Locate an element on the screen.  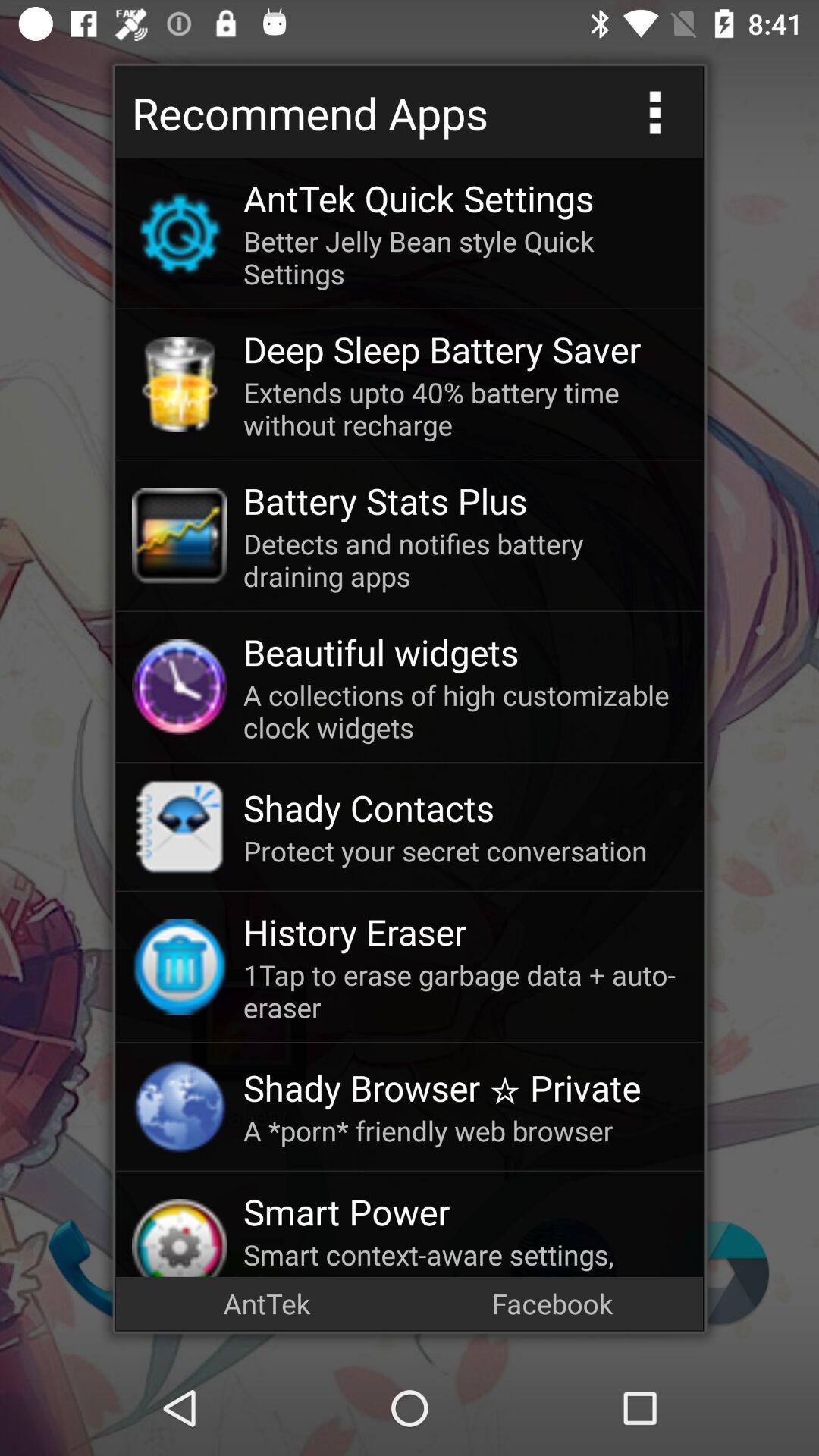
the app above deep sleep battery icon is located at coordinates (464, 257).